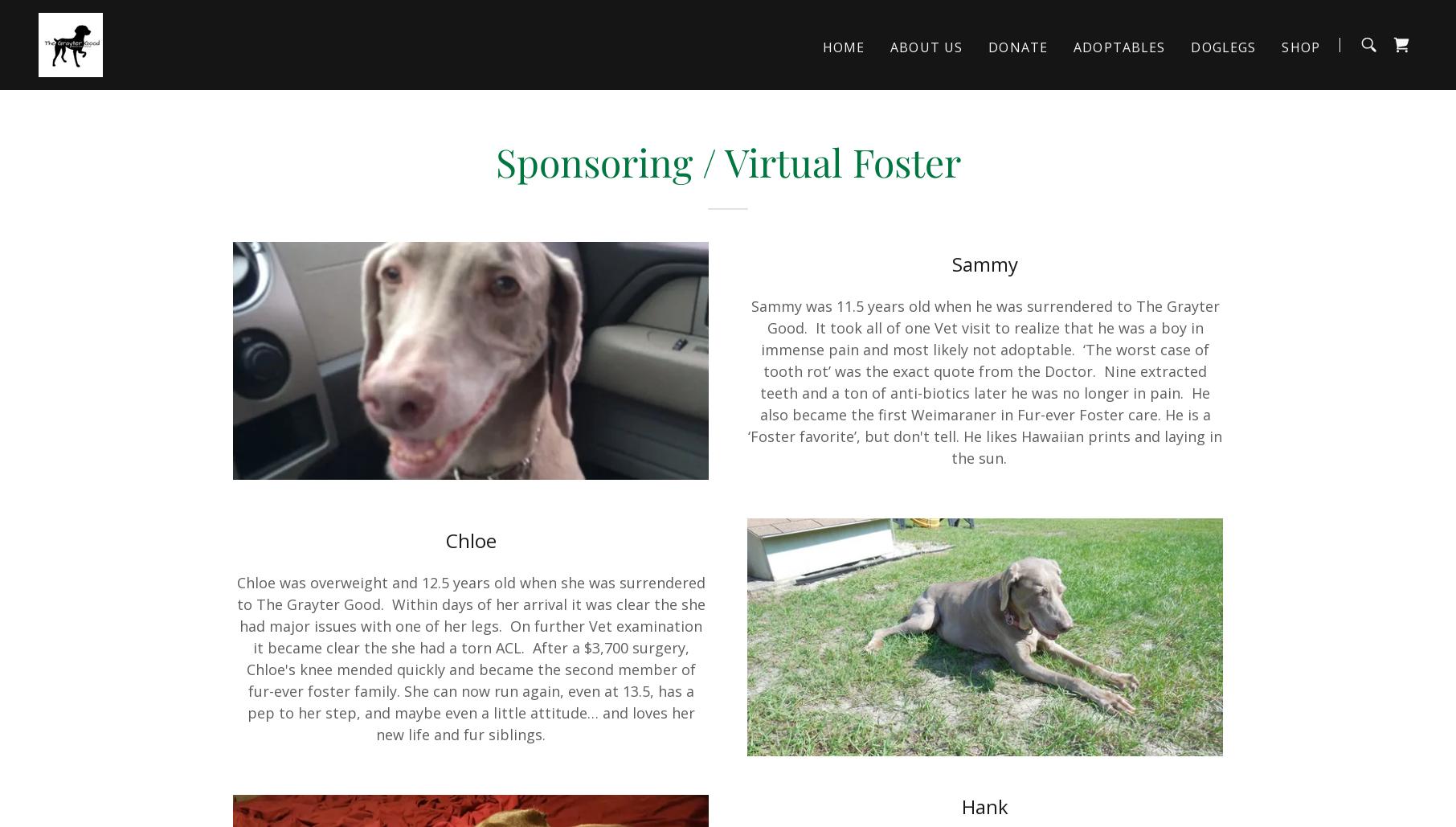 Image resolution: width=1456 pixels, height=827 pixels. What do you see at coordinates (726, 161) in the screenshot?
I see `'Sponsoring / Virtual Foster'` at bounding box center [726, 161].